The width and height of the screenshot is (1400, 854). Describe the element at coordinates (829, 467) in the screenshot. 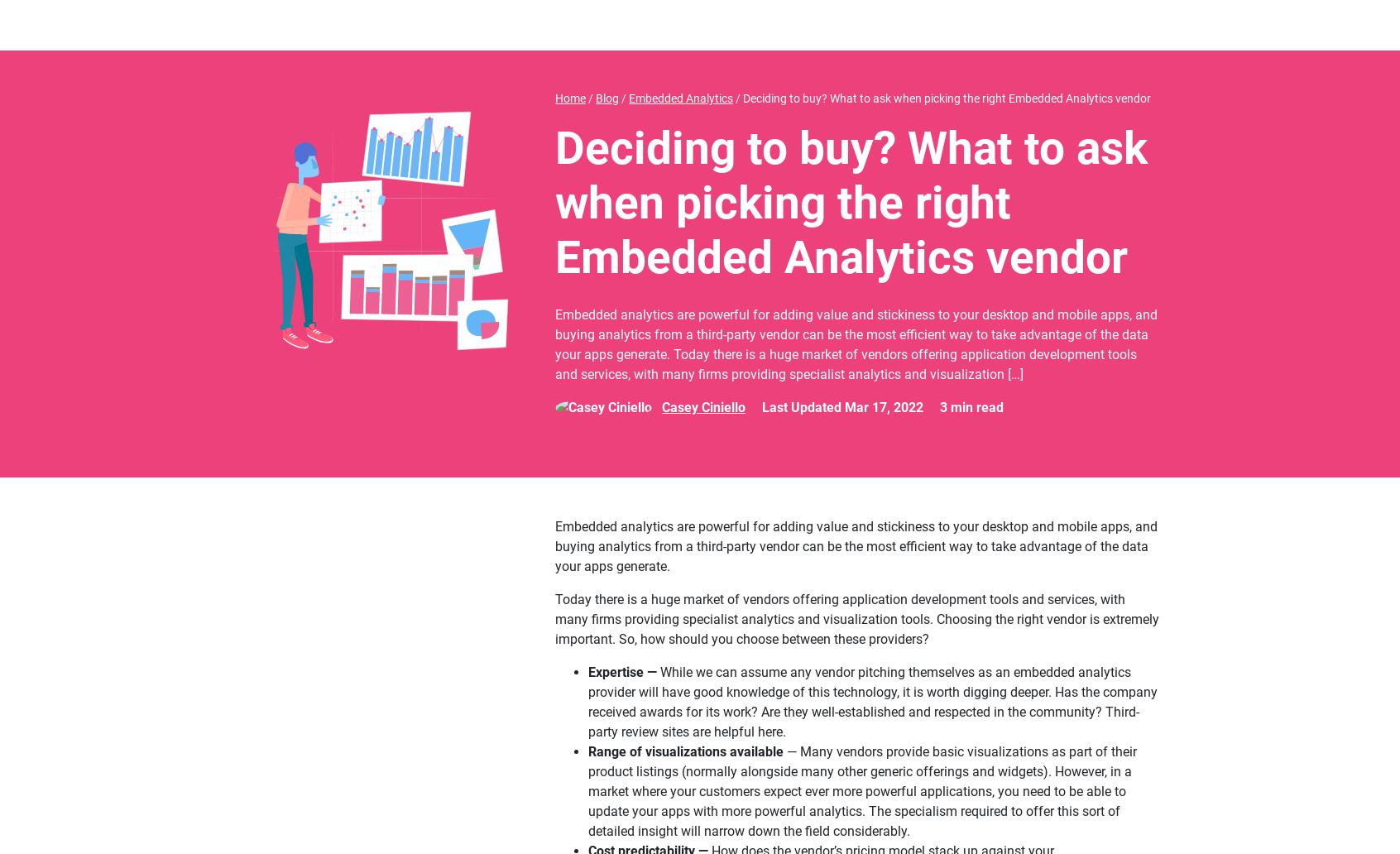

I see `'This is the third post in a series about the value of including embedded analytics in your apps.'` at that location.